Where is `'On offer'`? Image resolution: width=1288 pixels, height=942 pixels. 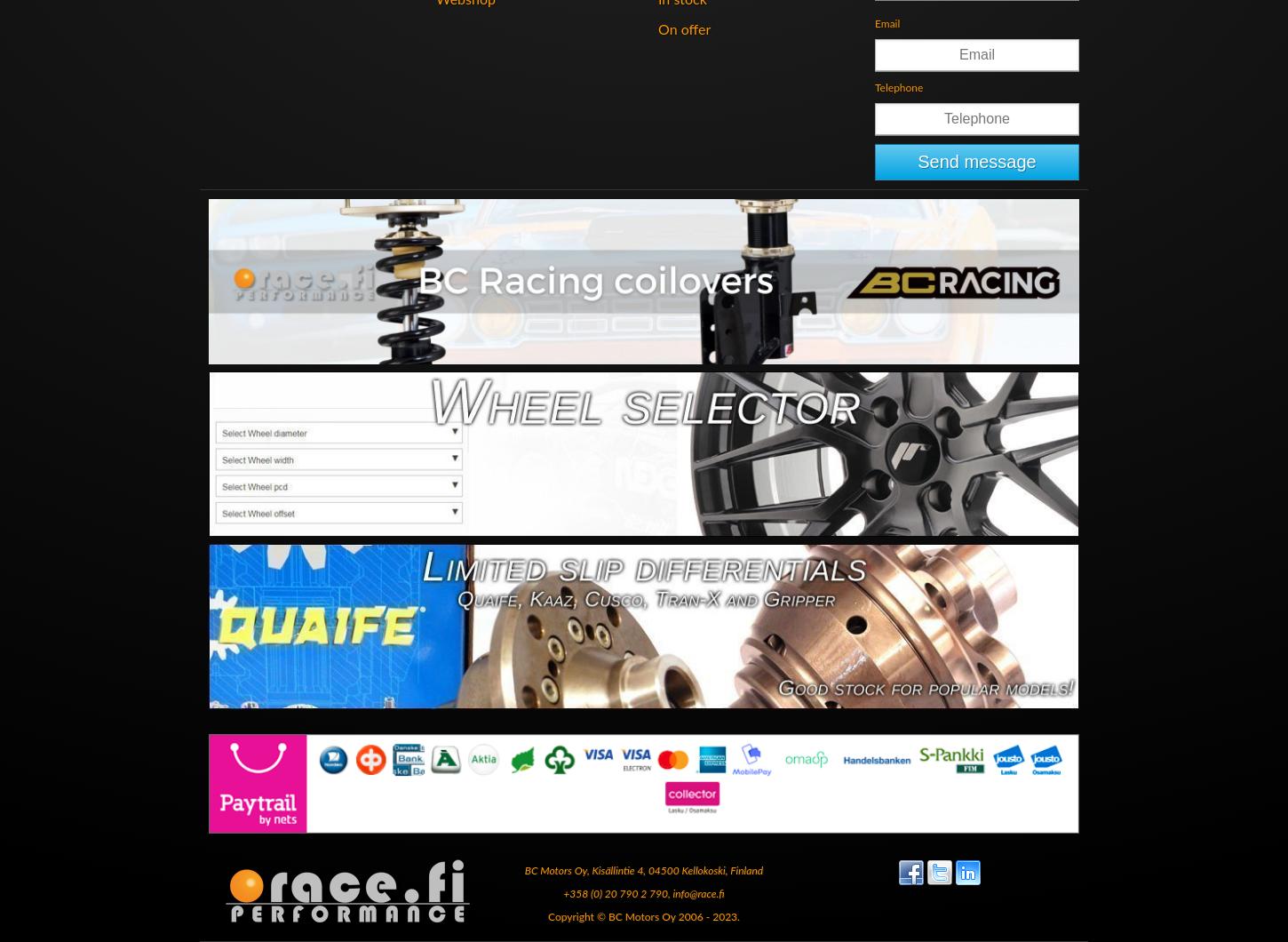
'On offer' is located at coordinates (684, 30).